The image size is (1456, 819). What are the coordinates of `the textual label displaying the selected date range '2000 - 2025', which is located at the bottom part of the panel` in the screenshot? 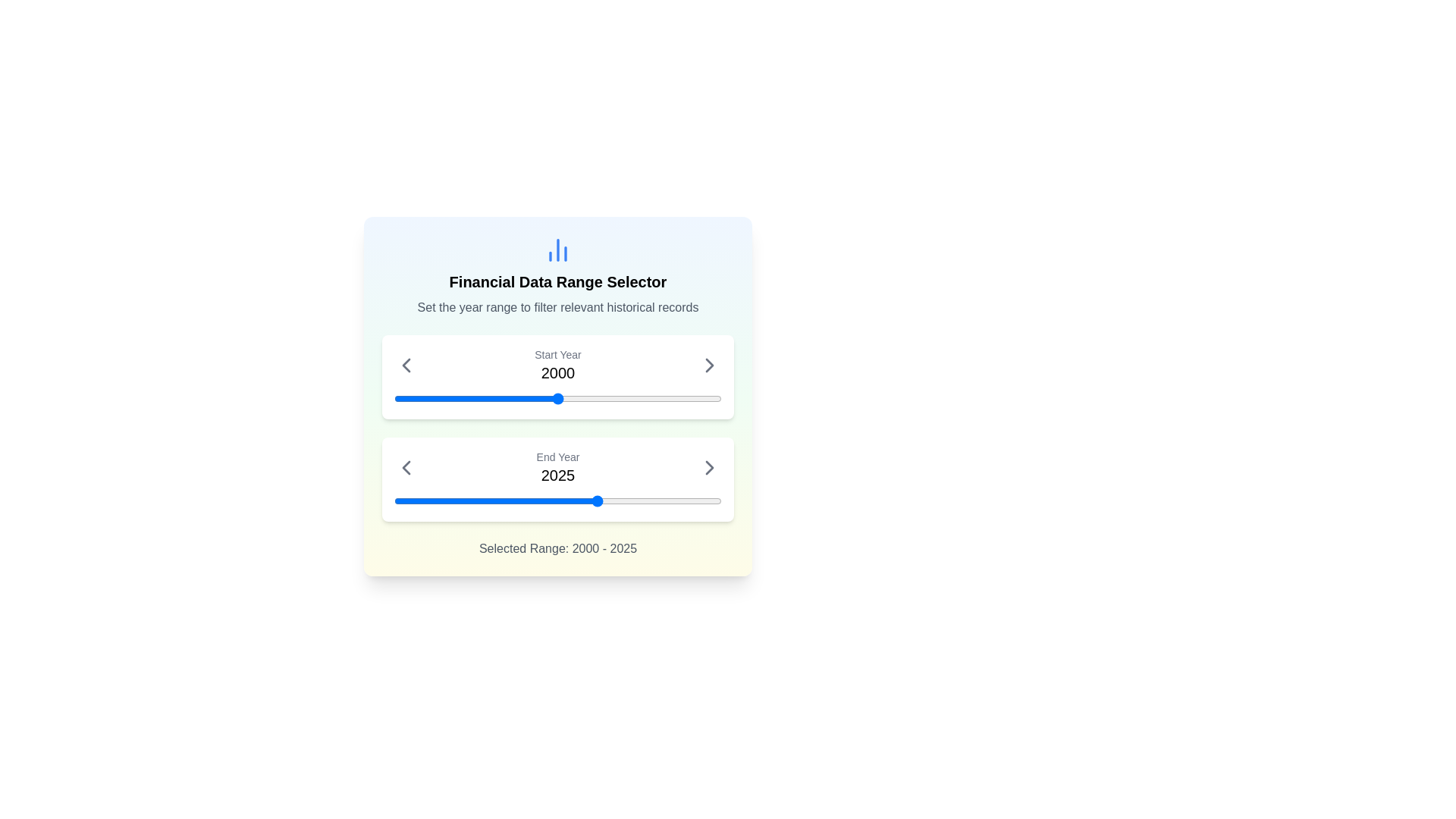 It's located at (604, 548).